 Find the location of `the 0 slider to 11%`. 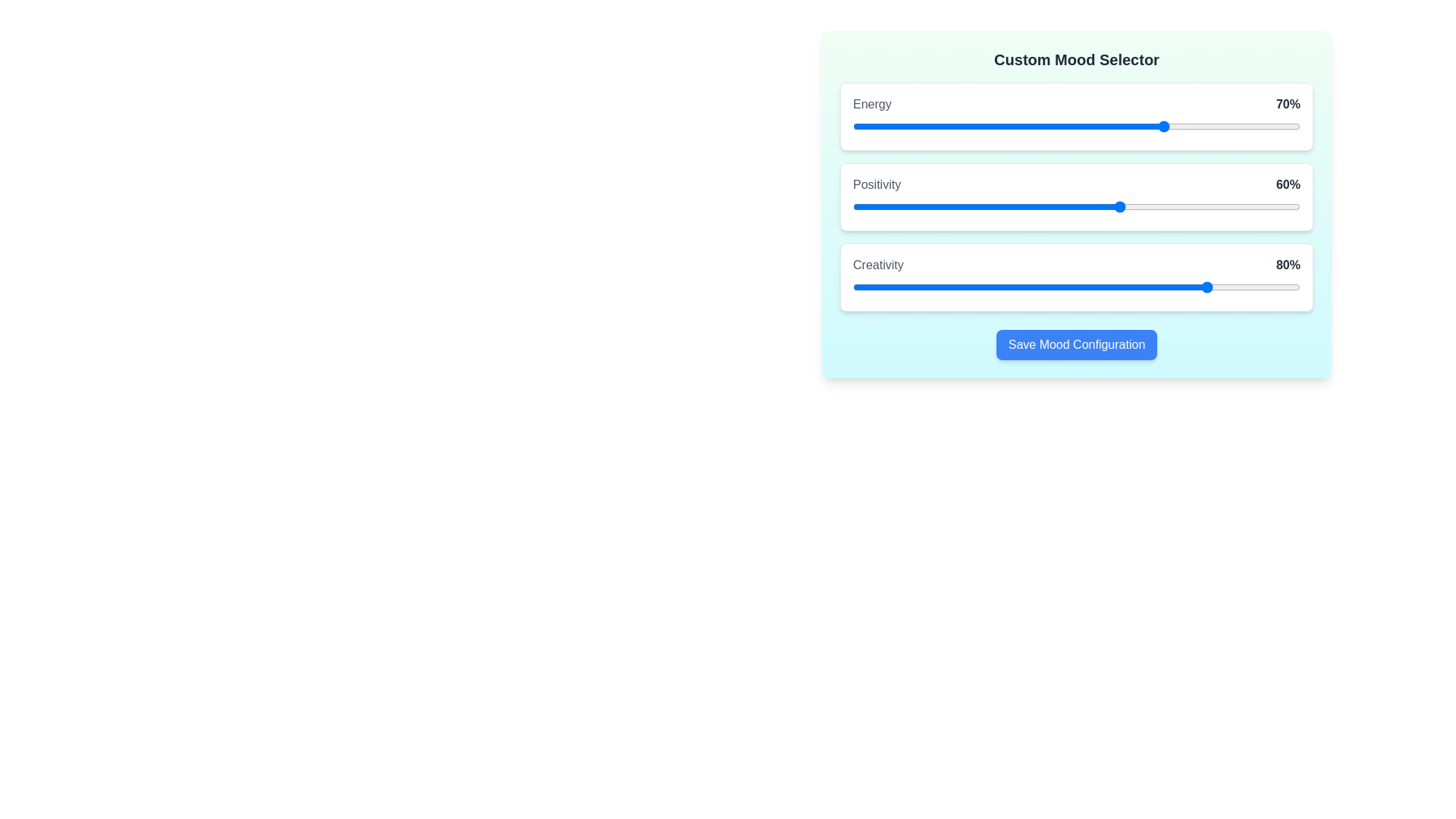

the 0 slider to 11% is located at coordinates (902, 125).